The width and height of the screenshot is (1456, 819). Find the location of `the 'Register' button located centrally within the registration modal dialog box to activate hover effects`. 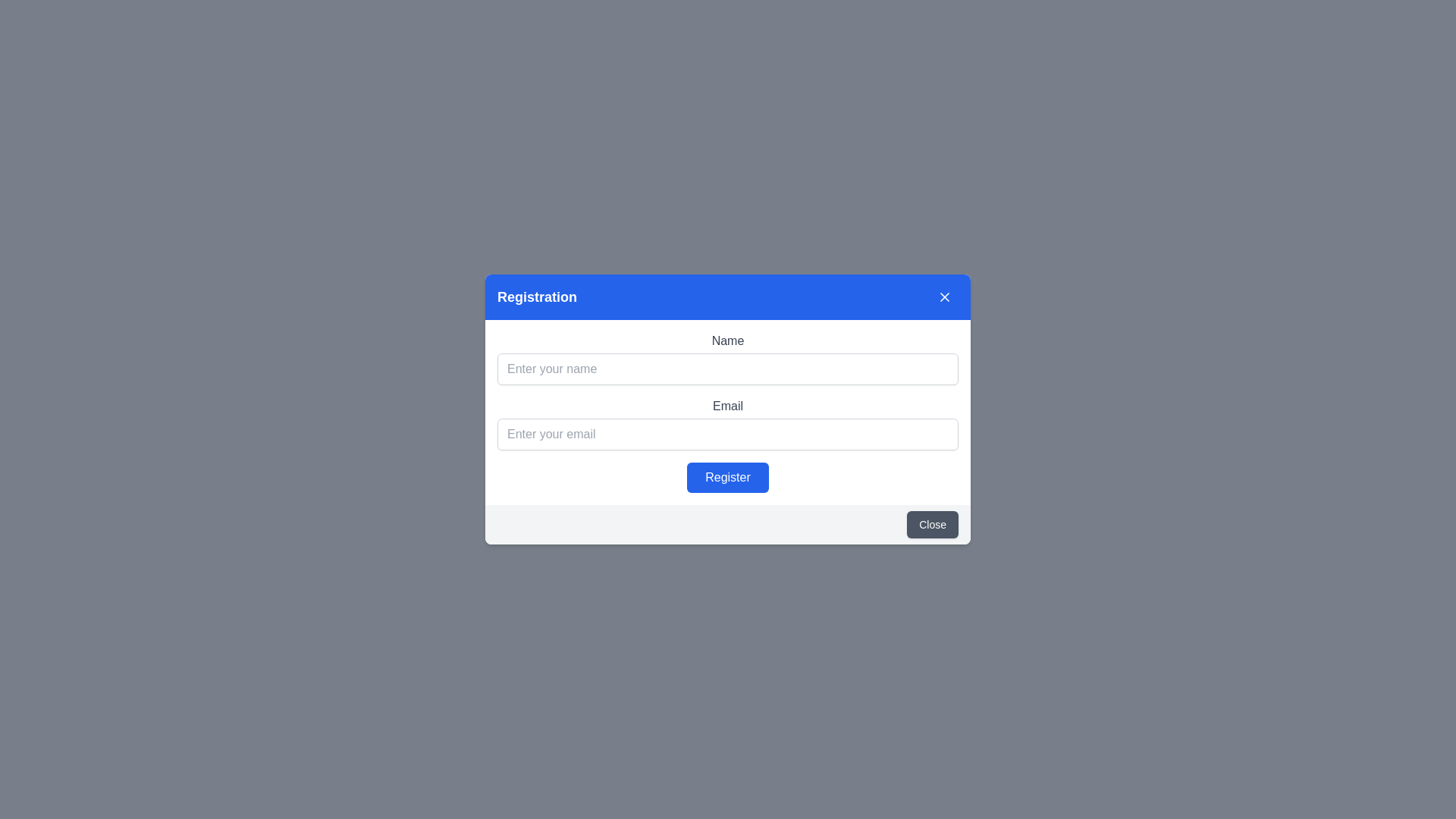

the 'Register' button located centrally within the registration modal dialog box to activate hover effects is located at coordinates (728, 476).